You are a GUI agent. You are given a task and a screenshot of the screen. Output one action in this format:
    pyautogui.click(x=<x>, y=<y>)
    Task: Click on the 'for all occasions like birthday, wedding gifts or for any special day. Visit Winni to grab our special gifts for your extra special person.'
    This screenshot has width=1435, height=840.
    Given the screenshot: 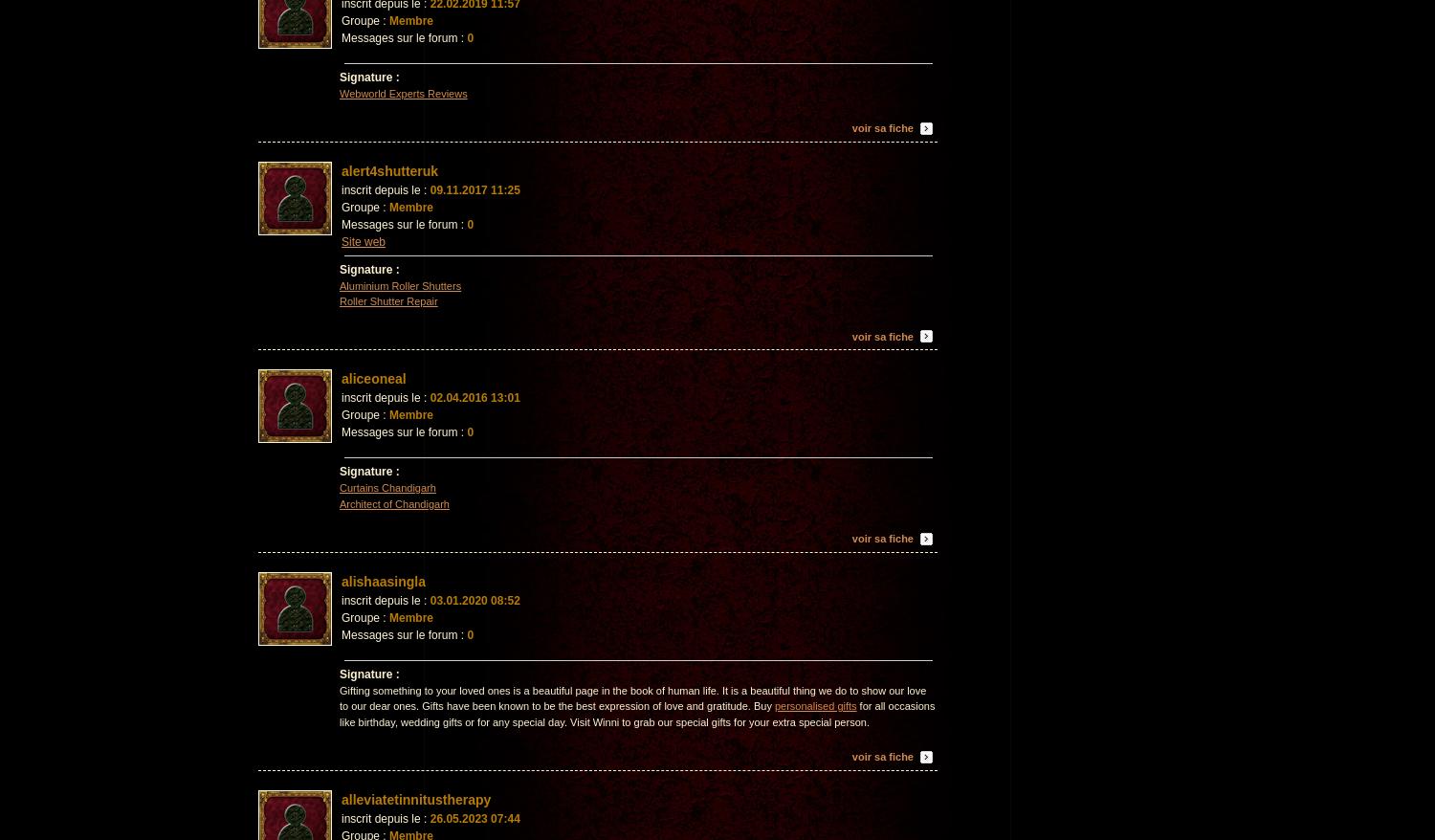 What is the action you would take?
    pyautogui.click(x=637, y=713)
    